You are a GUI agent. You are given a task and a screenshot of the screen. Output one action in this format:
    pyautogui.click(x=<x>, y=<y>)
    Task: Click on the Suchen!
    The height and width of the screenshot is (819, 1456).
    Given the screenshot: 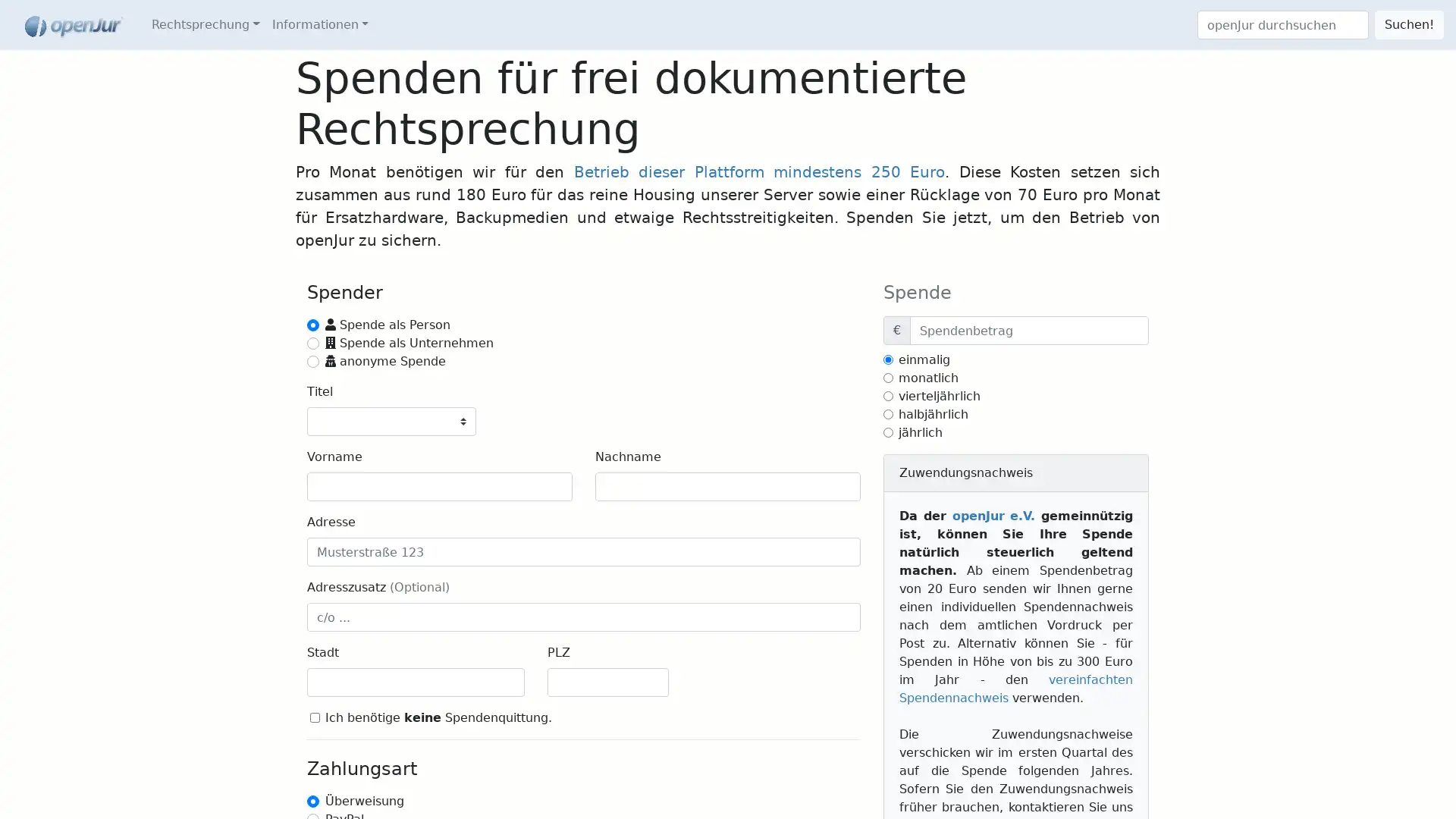 What is the action you would take?
    pyautogui.click(x=1408, y=25)
    